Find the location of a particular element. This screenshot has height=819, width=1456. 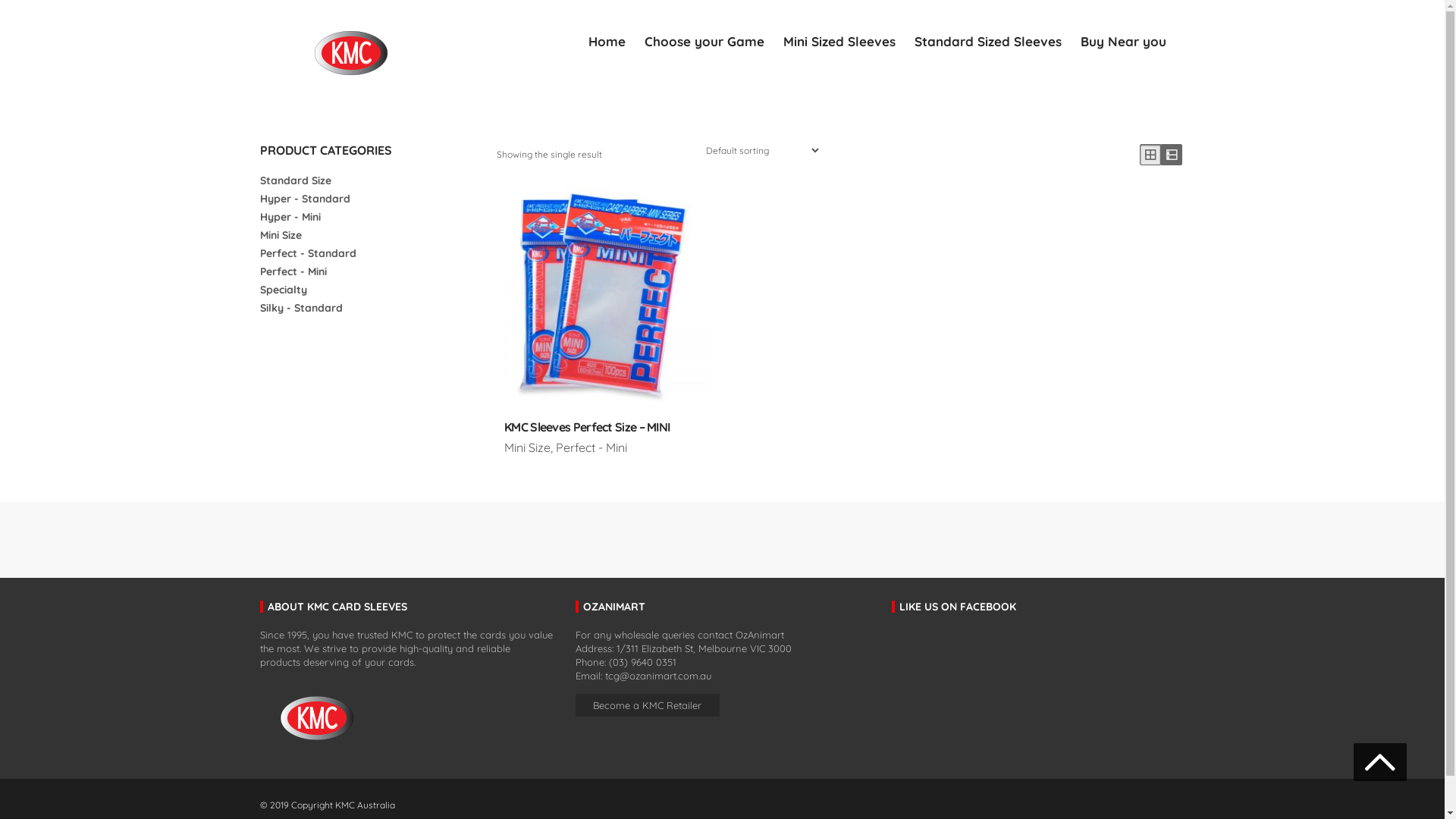

'Standard Sized Sleeves' is located at coordinates (987, 40).